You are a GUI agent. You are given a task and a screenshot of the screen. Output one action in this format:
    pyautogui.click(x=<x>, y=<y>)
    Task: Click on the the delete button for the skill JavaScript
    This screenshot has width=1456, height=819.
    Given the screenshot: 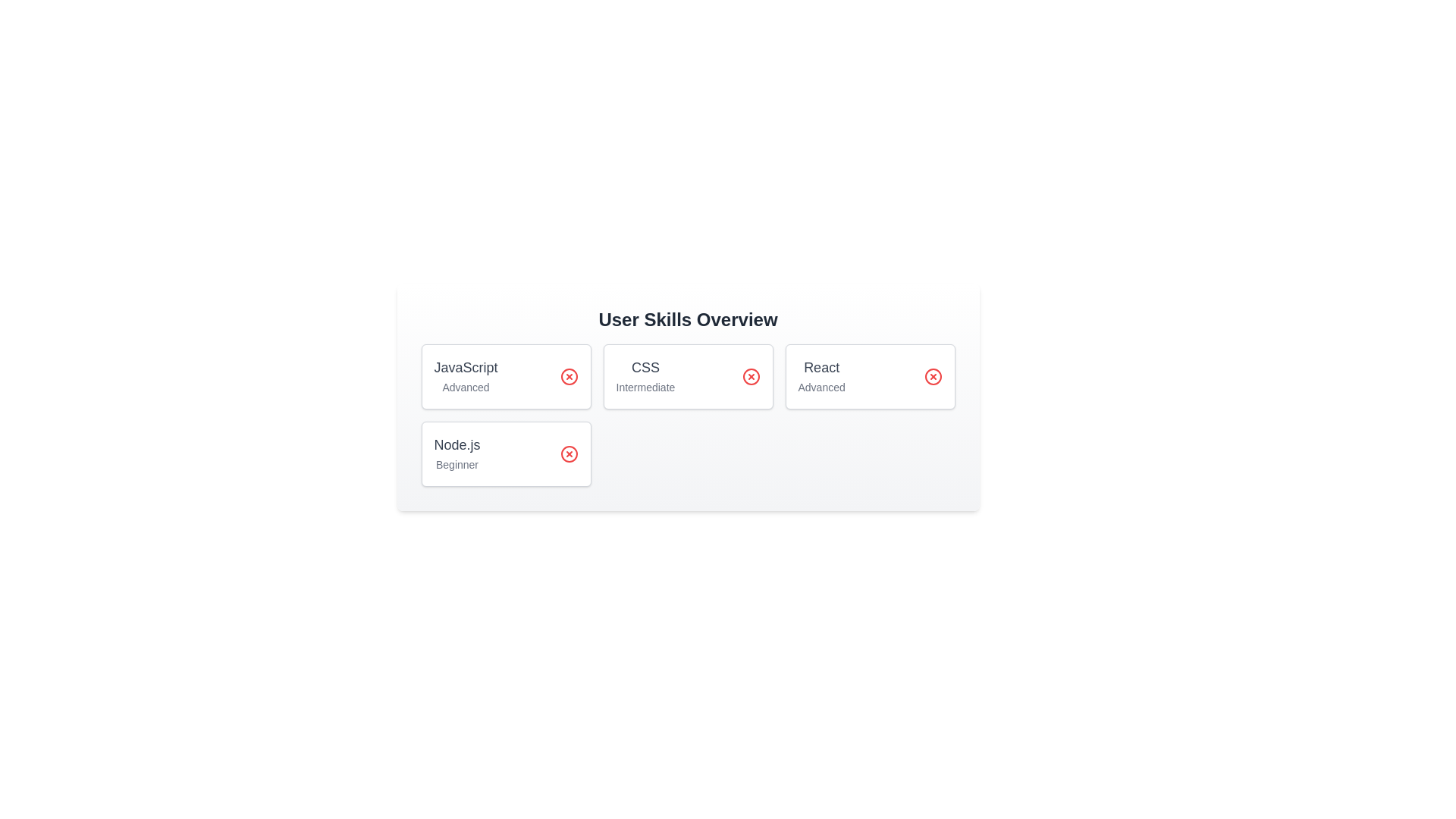 What is the action you would take?
    pyautogui.click(x=568, y=376)
    